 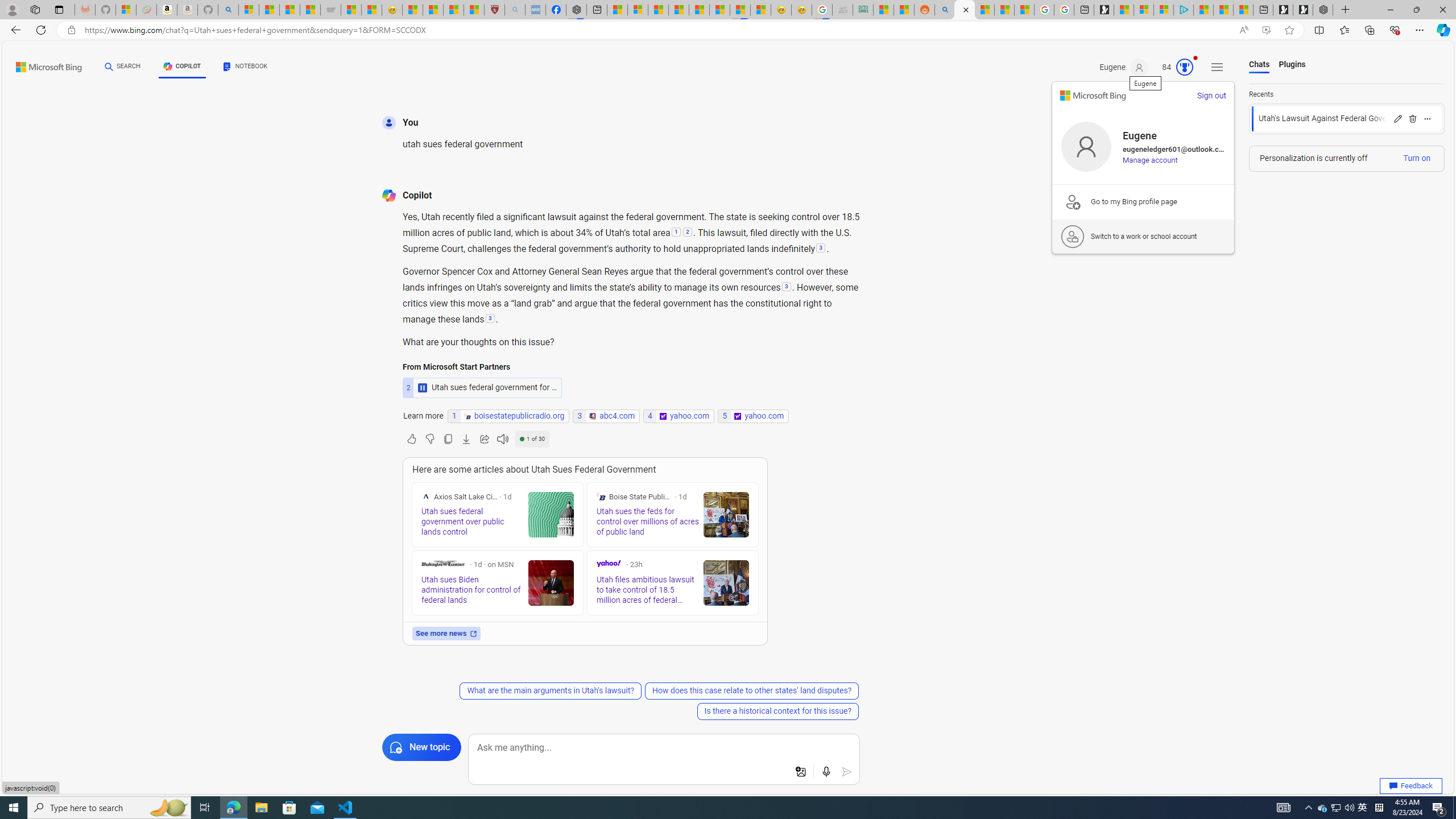 I want to click on 'What are the main arguments in Utah', so click(x=550, y=690).